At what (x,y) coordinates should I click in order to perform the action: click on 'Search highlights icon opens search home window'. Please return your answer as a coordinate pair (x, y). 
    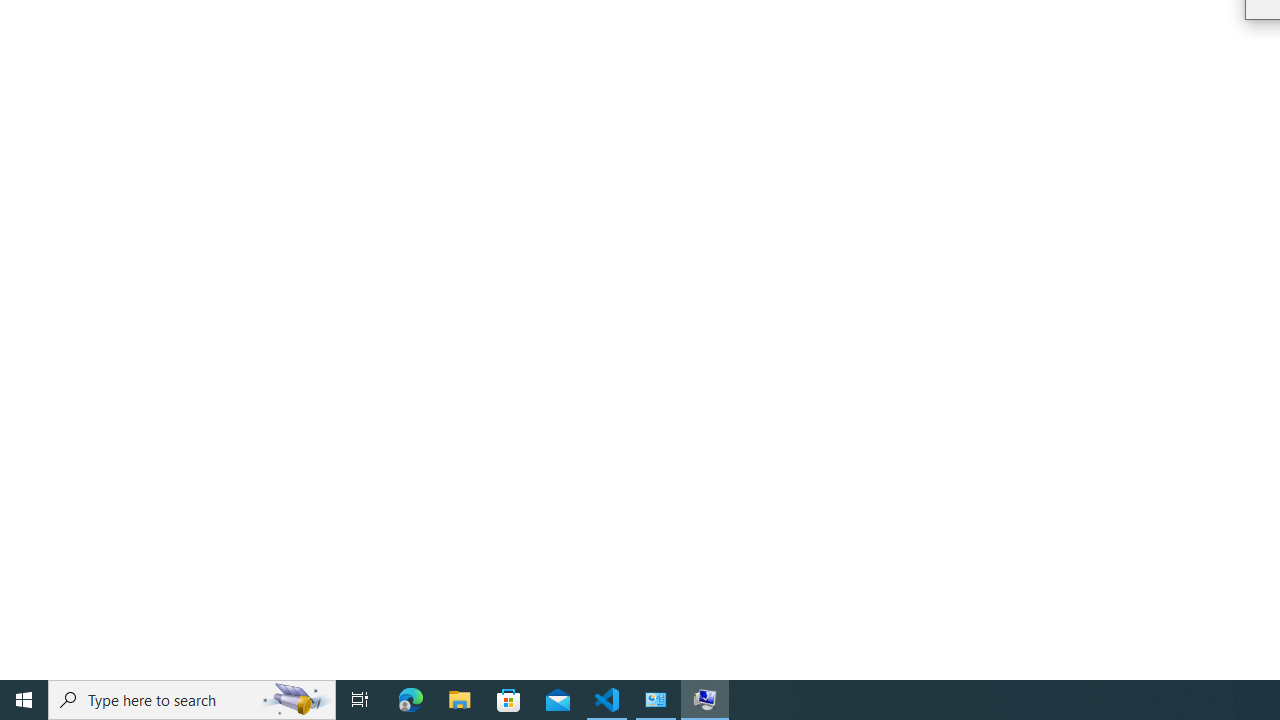
    Looking at the image, I should click on (294, 698).